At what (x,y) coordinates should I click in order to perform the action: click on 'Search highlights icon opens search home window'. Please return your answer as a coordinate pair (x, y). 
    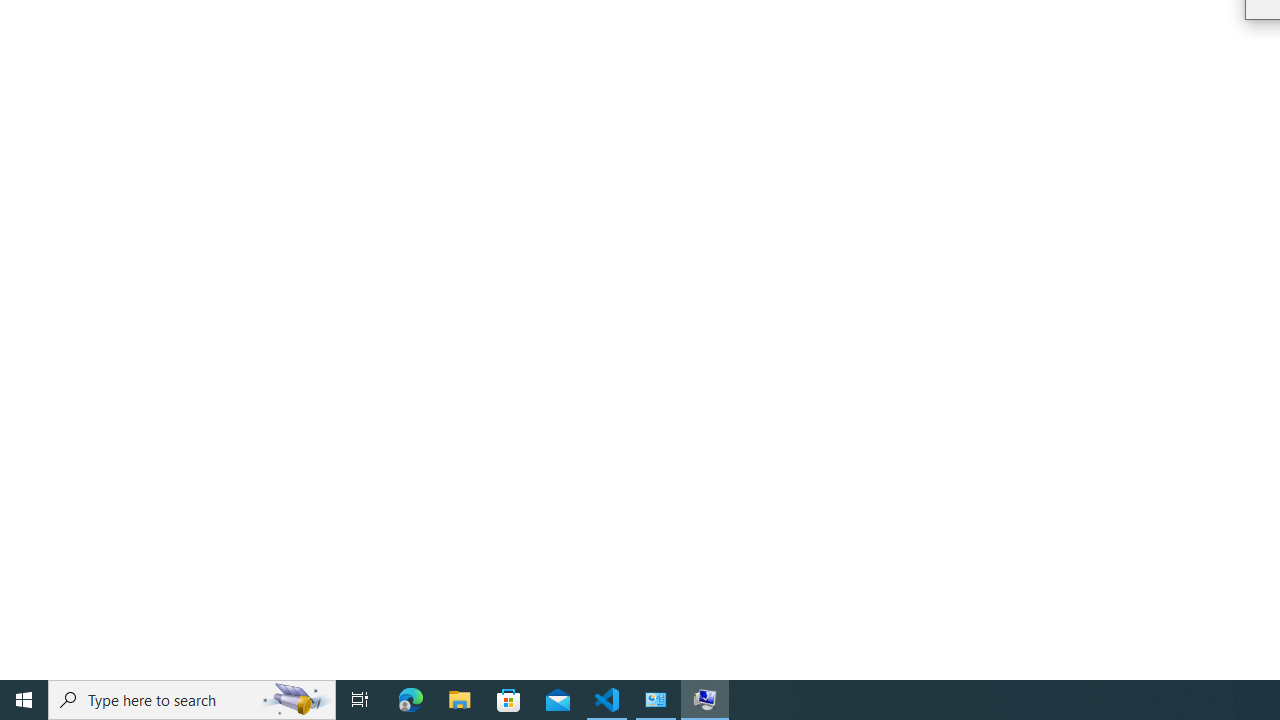
    Looking at the image, I should click on (294, 698).